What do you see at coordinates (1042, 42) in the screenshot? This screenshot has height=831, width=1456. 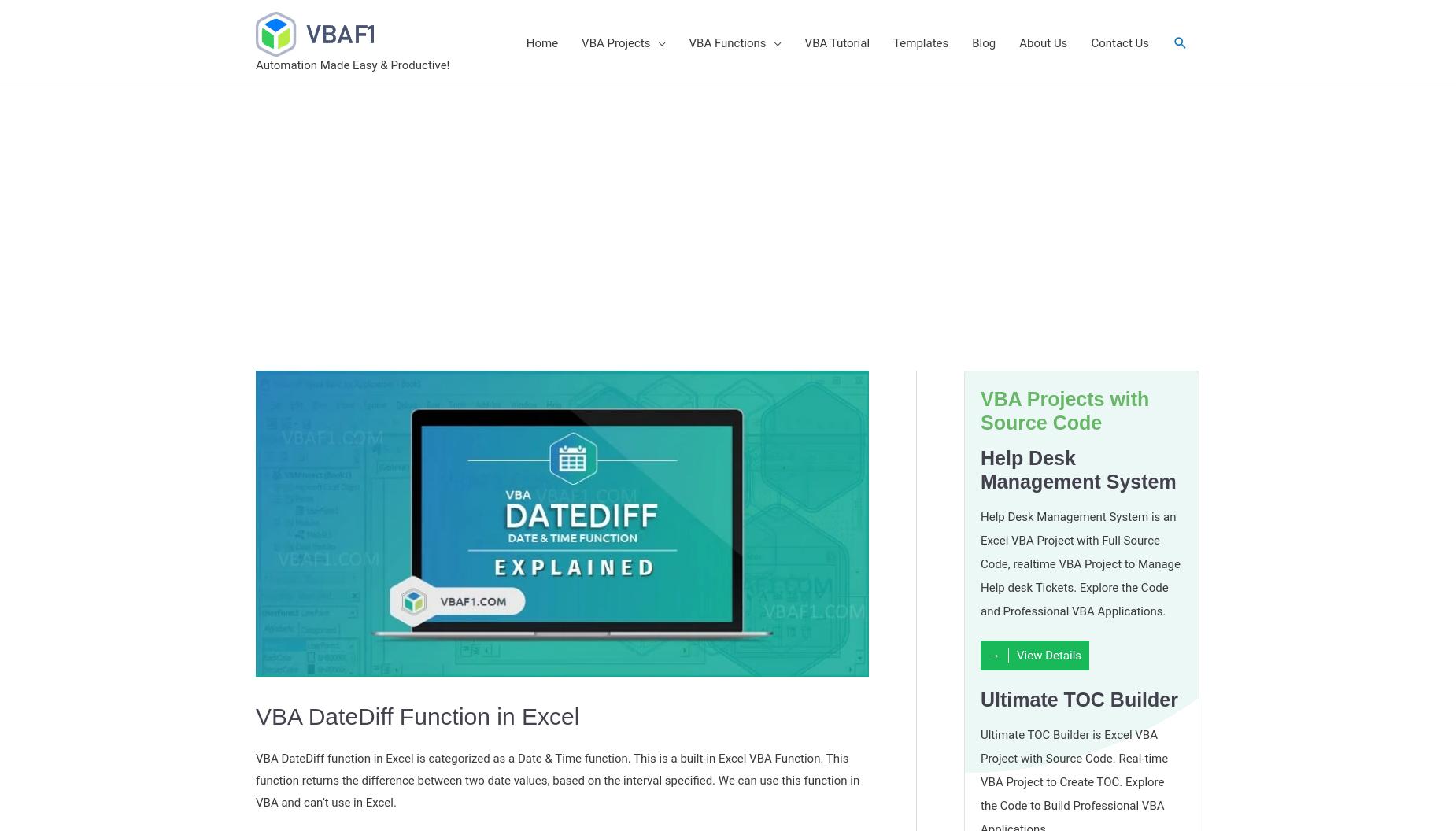 I see `'About Us'` at bounding box center [1042, 42].